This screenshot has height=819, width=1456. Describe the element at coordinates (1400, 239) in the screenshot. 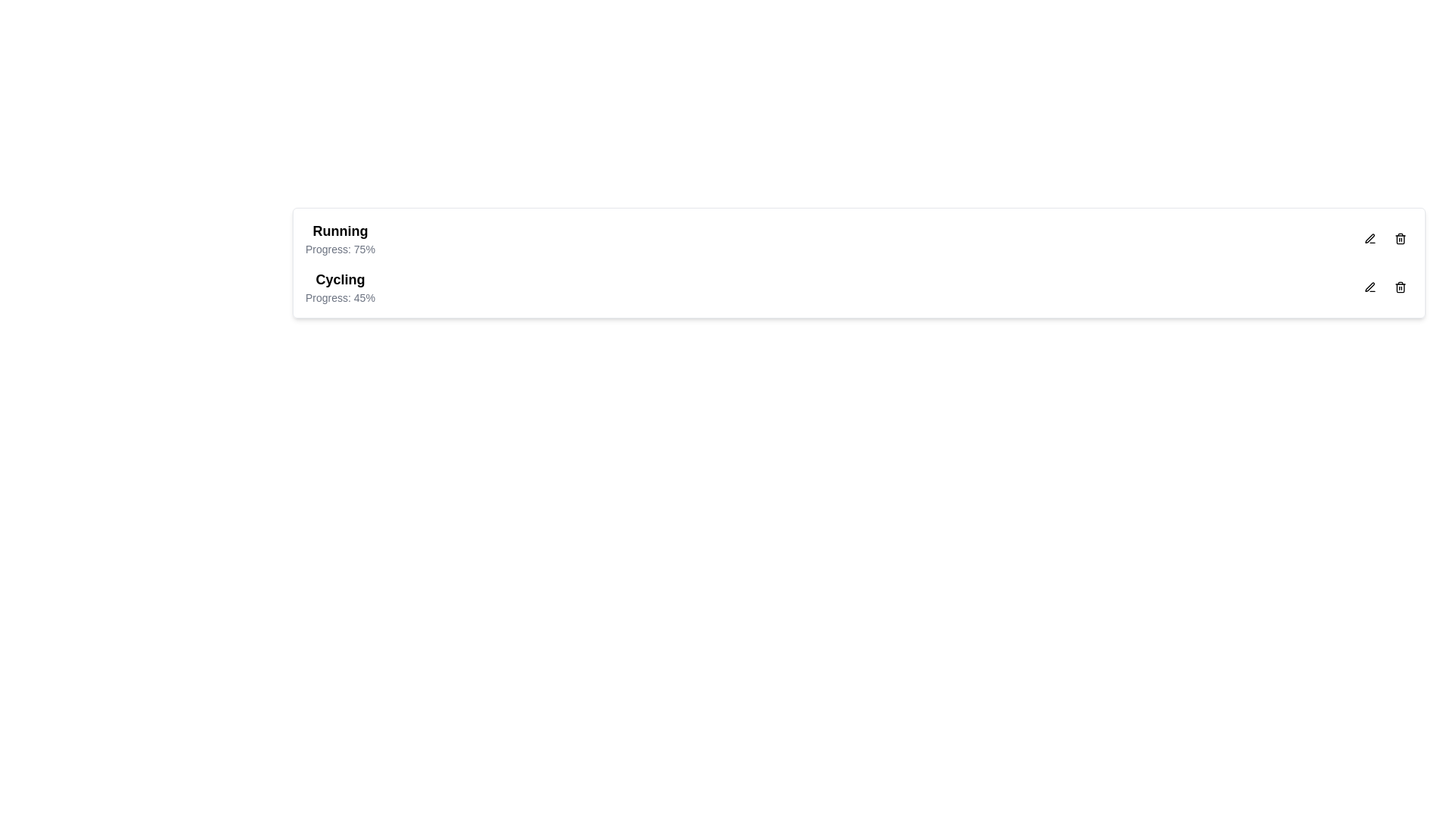

I see `the delete icon button located at the far-right side of the lower task entry labeled 'Cycling'` at that location.